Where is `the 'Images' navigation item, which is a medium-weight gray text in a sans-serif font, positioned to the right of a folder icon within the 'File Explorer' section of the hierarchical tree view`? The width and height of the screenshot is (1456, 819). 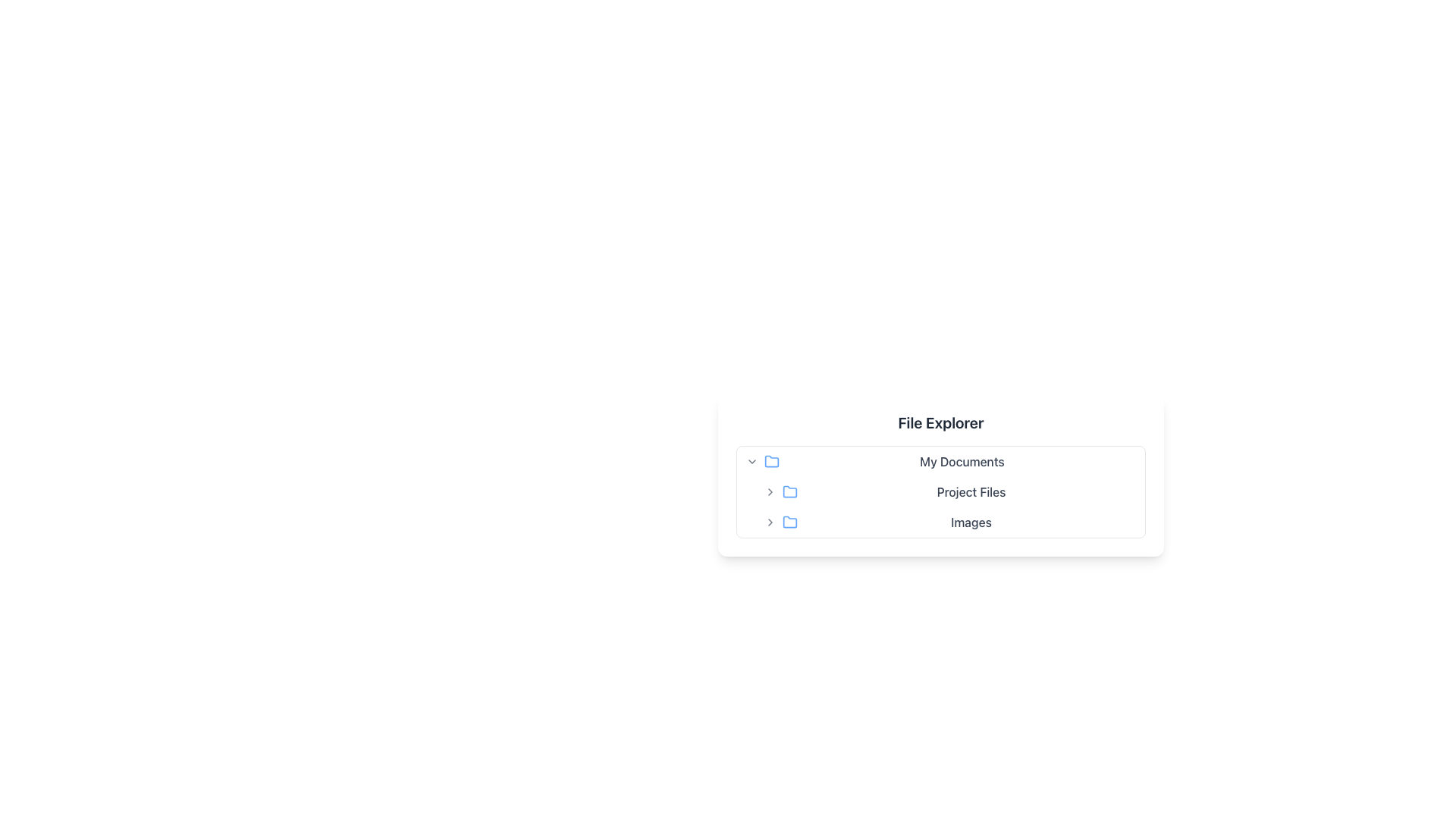
the 'Images' navigation item, which is a medium-weight gray text in a sans-serif font, positioned to the right of a folder icon within the 'File Explorer' section of the hierarchical tree view is located at coordinates (971, 522).